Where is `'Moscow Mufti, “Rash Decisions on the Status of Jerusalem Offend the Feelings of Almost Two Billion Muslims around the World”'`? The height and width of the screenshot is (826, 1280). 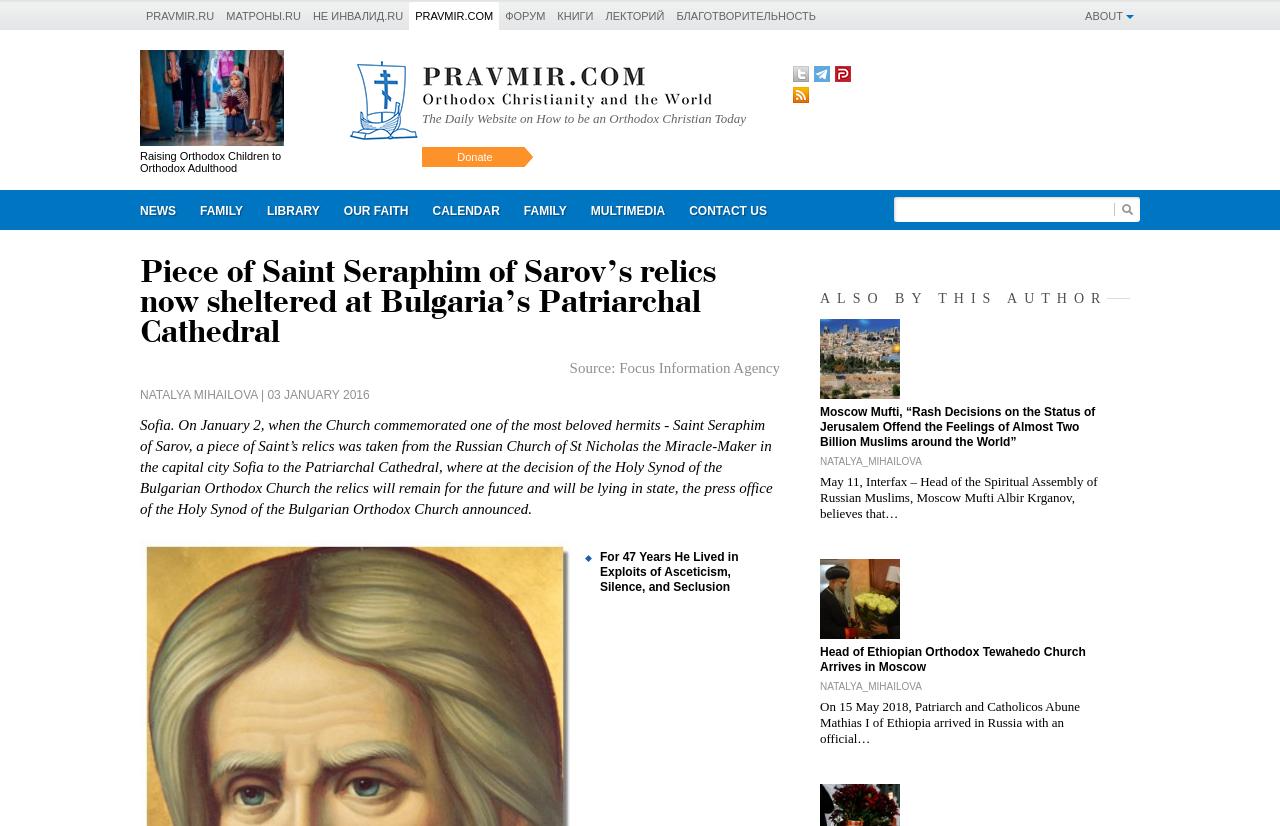
'Moscow Mufti, “Rash Decisions on the Status of Jerusalem Offend the Feelings of Almost Two Billion Muslims around the World”' is located at coordinates (956, 426).